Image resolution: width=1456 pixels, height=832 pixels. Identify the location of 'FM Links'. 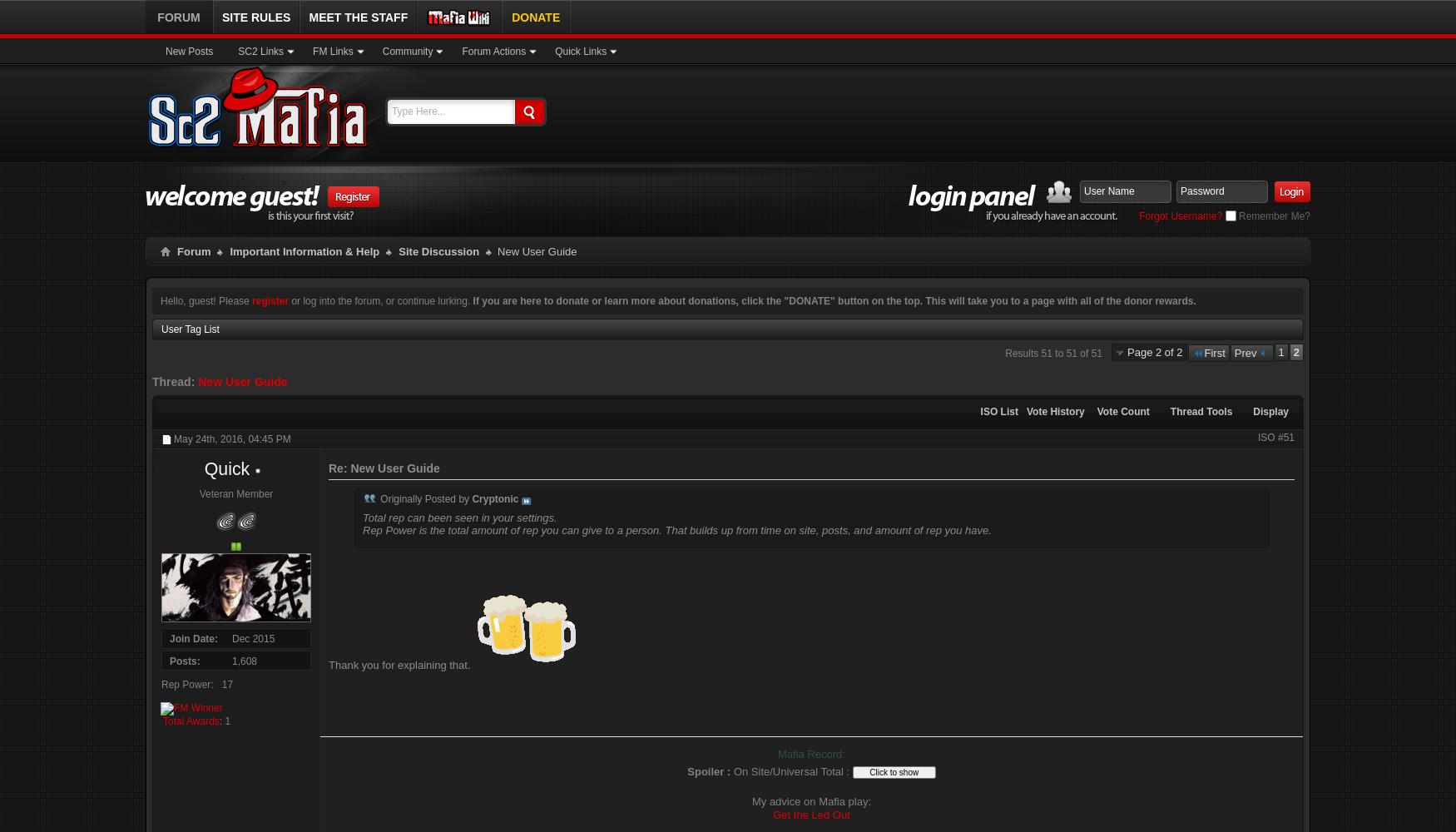
(332, 52).